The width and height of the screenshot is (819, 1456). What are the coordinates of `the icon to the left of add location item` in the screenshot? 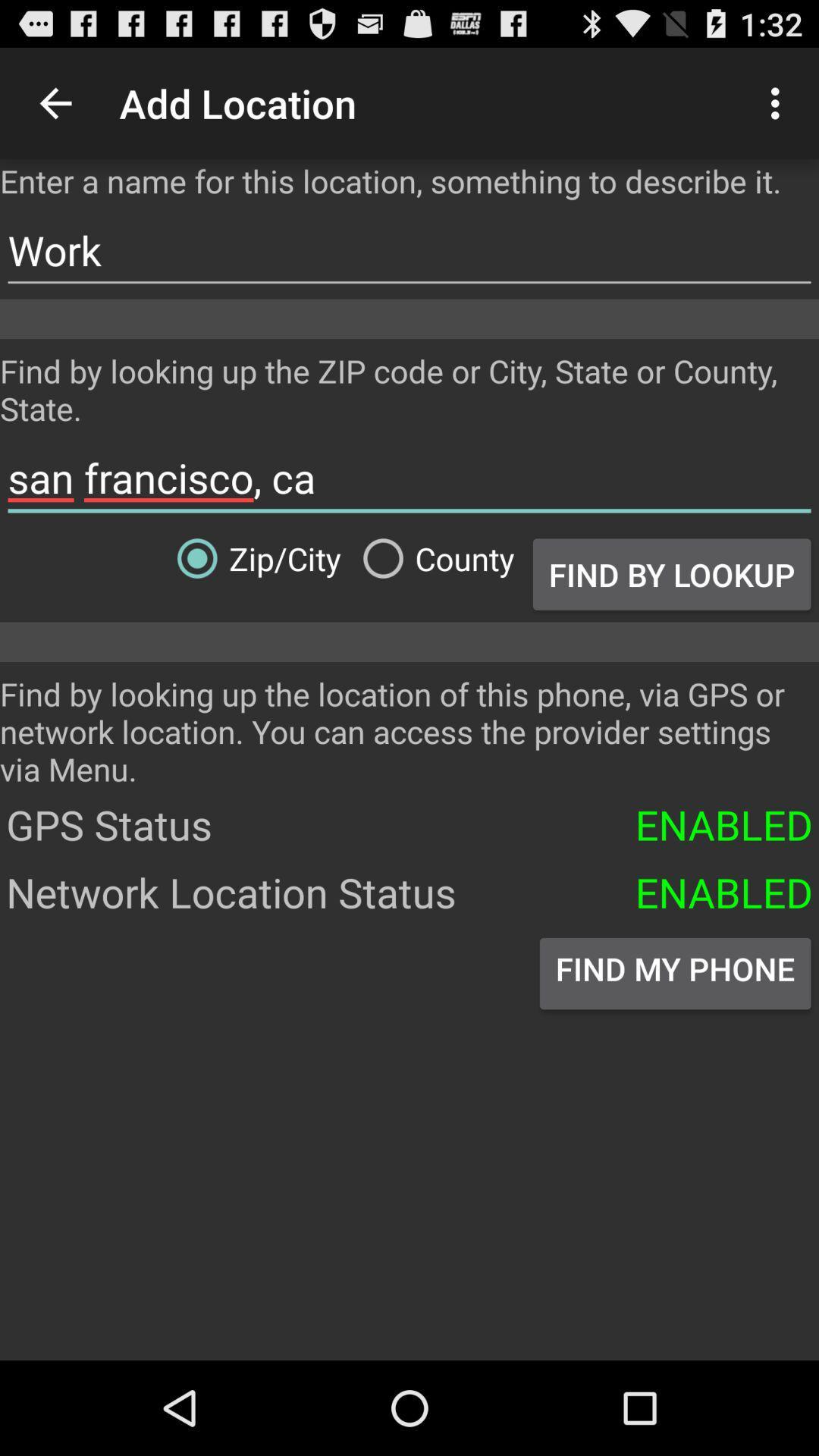 It's located at (55, 102).